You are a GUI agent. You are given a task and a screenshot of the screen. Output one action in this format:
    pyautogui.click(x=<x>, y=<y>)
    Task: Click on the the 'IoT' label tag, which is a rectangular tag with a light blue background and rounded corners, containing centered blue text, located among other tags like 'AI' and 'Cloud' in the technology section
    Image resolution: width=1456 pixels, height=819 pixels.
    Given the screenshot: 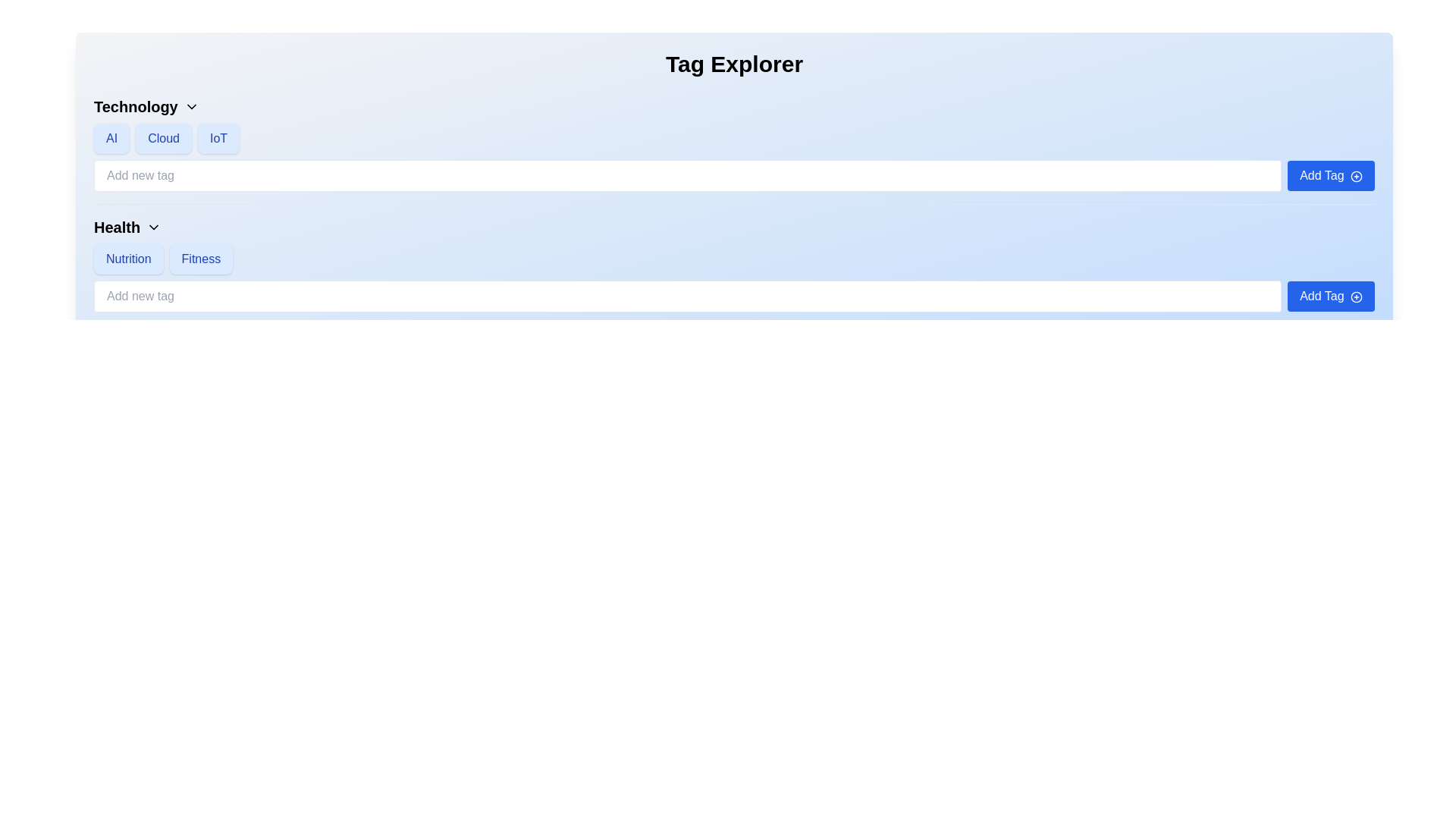 What is the action you would take?
    pyautogui.click(x=218, y=138)
    